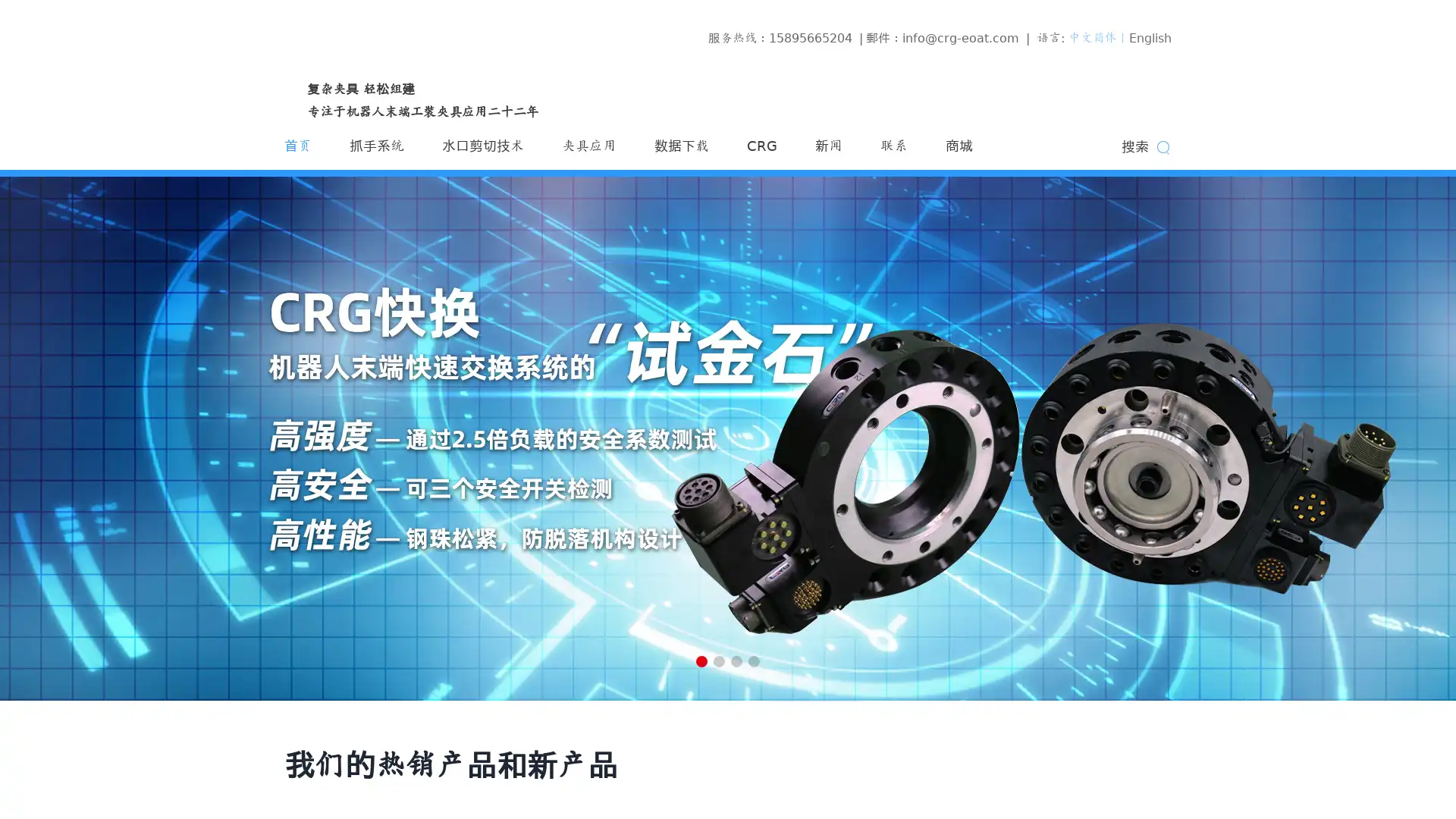 This screenshot has width=1456, height=819. I want to click on Go to slide 4, so click(754, 661).